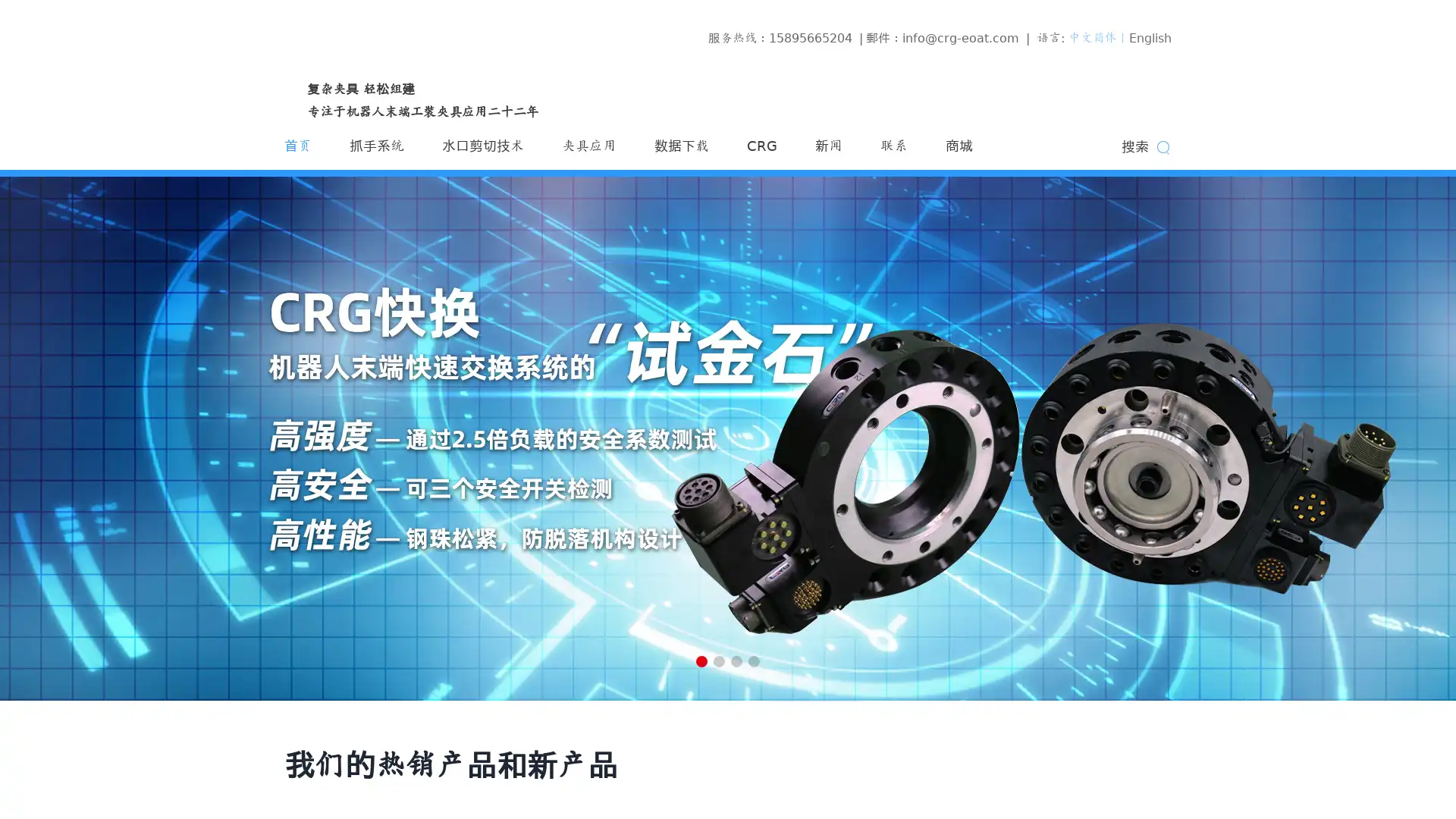 This screenshot has width=1456, height=819. I want to click on Go to slide 4, so click(754, 661).